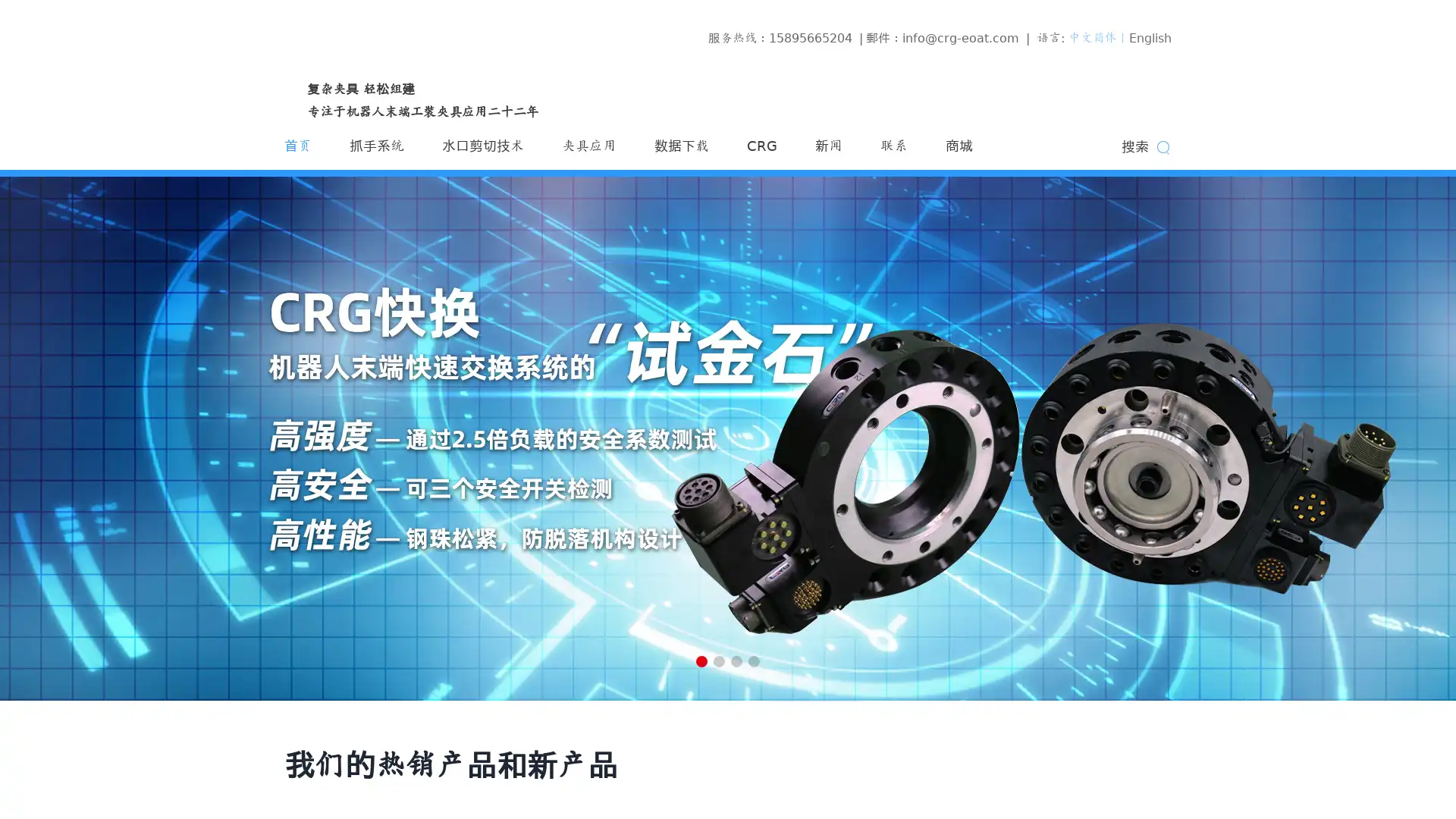 This screenshot has width=1456, height=819. I want to click on Go to slide 4, so click(754, 661).